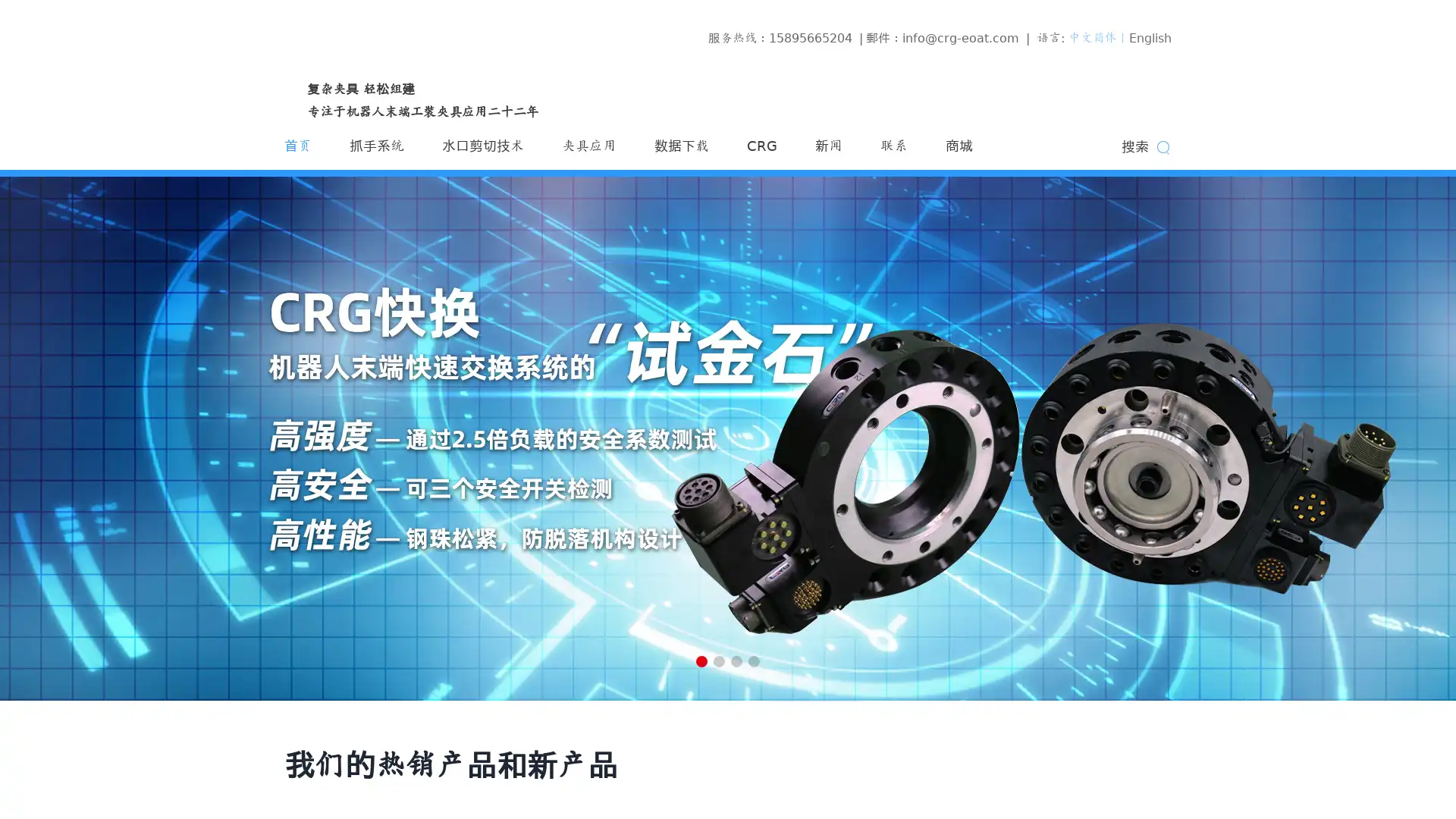 This screenshot has width=1456, height=819. I want to click on Go to slide 4, so click(754, 661).